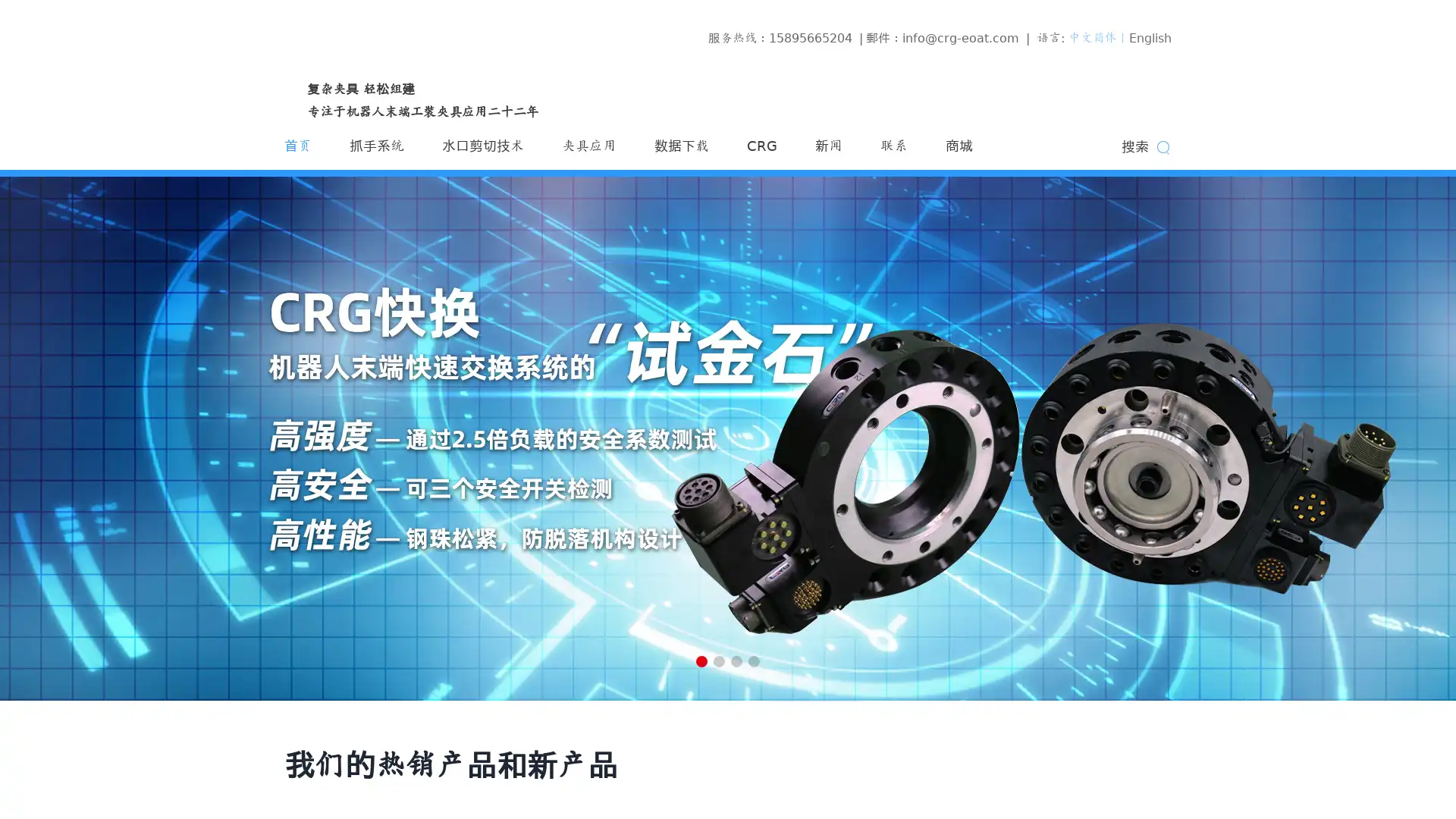 This screenshot has width=1456, height=819. I want to click on Go to slide 4, so click(754, 661).